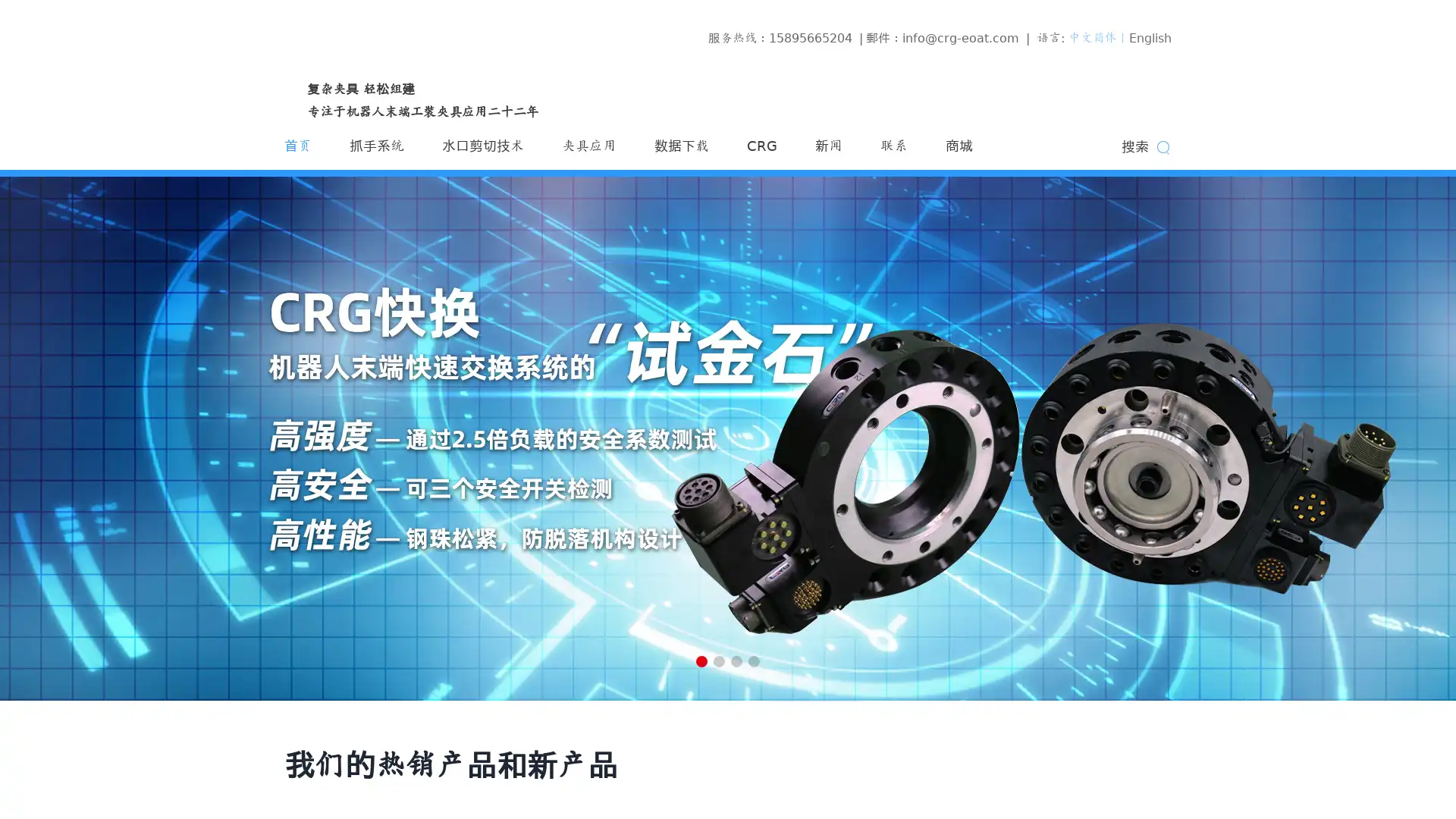 This screenshot has width=1456, height=819. I want to click on Go to slide 4, so click(754, 661).